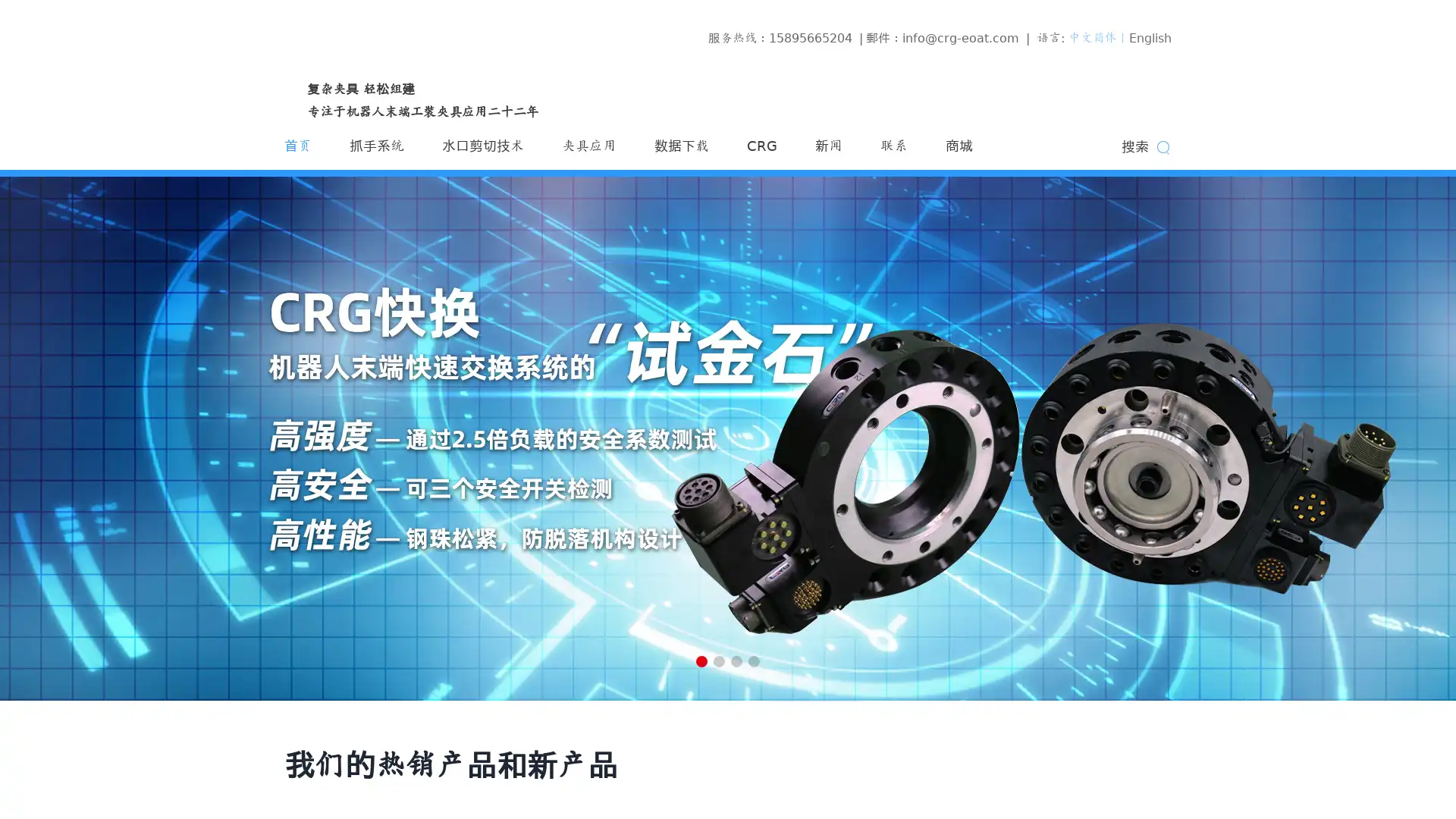 This screenshot has width=1456, height=819. I want to click on Go to slide 4, so click(754, 661).